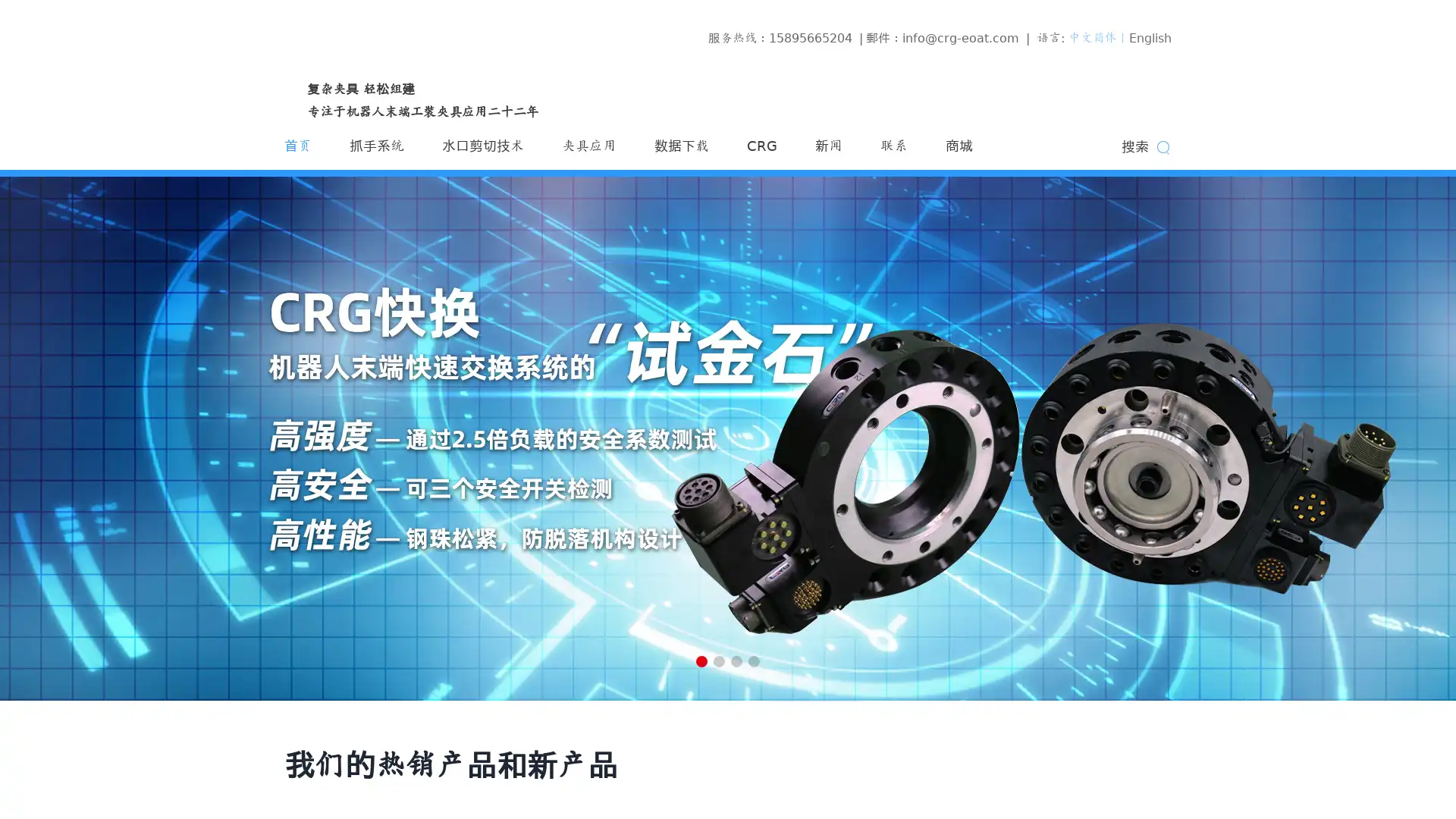 This screenshot has width=1456, height=819. I want to click on Go to slide 4, so click(754, 661).